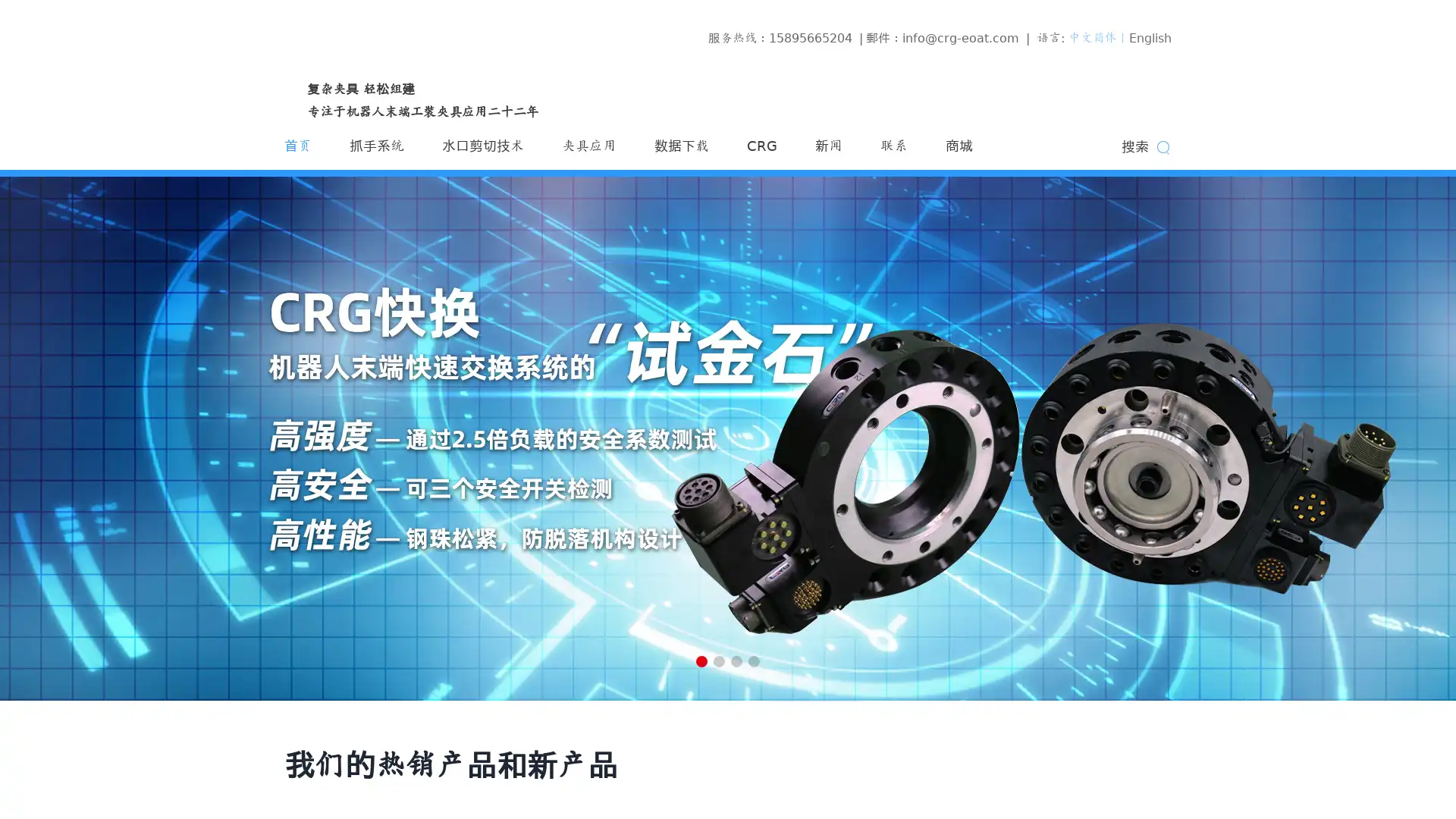 This screenshot has width=1456, height=819. I want to click on Go to slide 4, so click(754, 661).